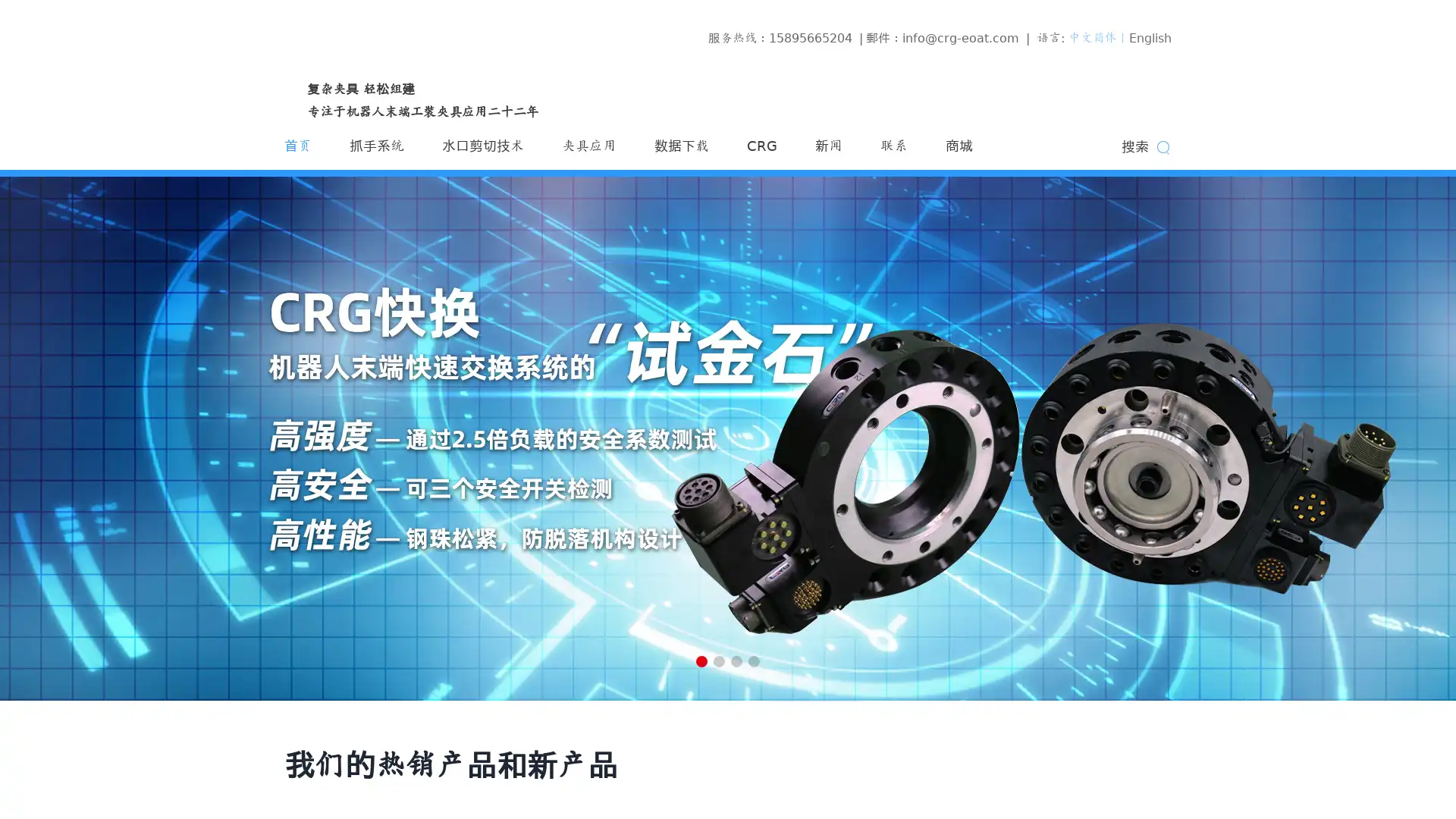 This screenshot has width=1456, height=819. I want to click on Go to slide 4, so click(754, 661).